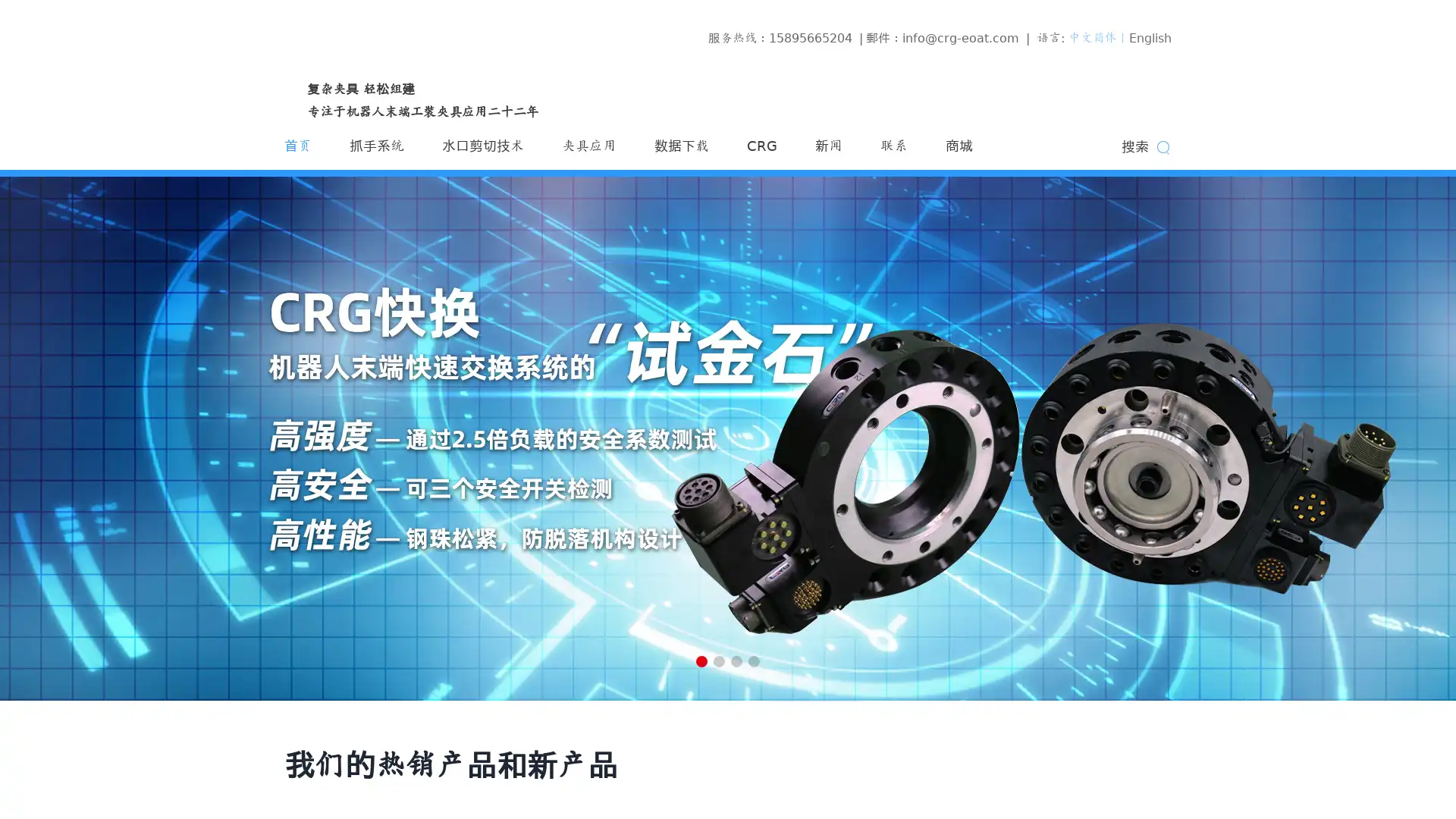 This screenshot has width=1456, height=819. I want to click on Go to slide 4, so click(754, 661).